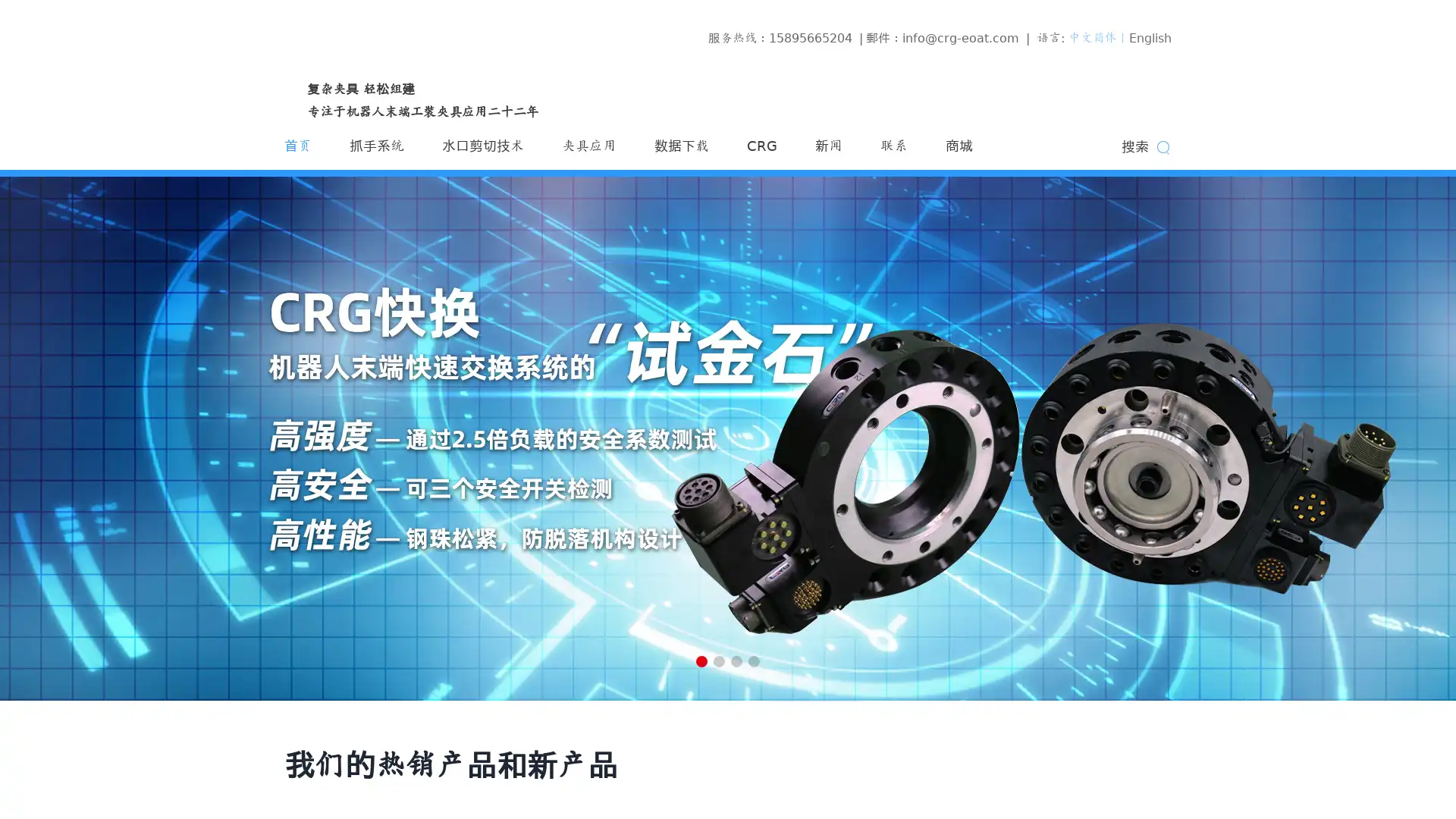 This screenshot has width=1456, height=819. I want to click on Go to slide 4, so click(754, 661).